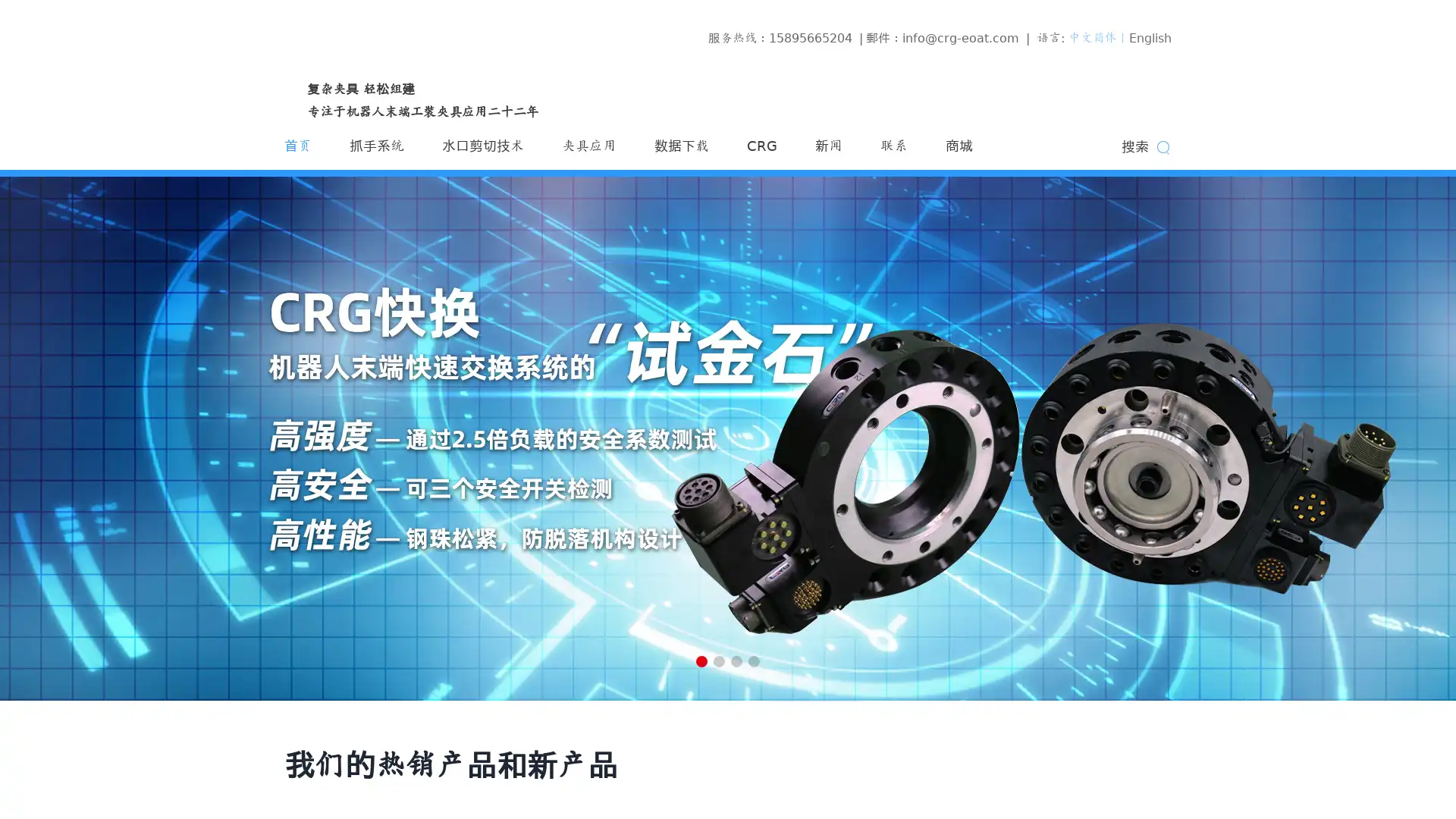 This screenshot has width=1456, height=819. I want to click on Go to slide 4, so click(754, 661).